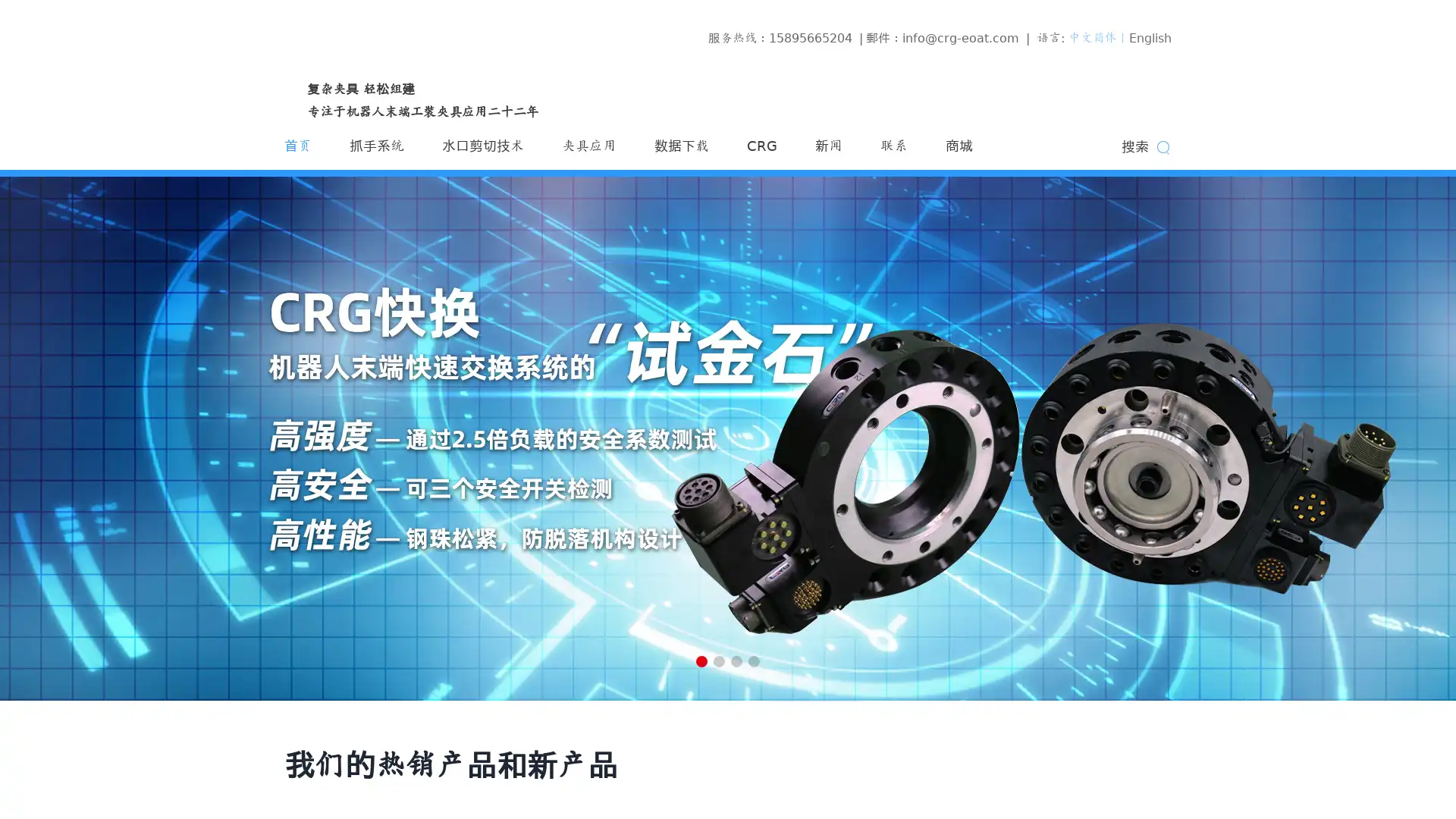 This screenshot has width=1456, height=819. I want to click on Go to slide 4, so click(754, 661).